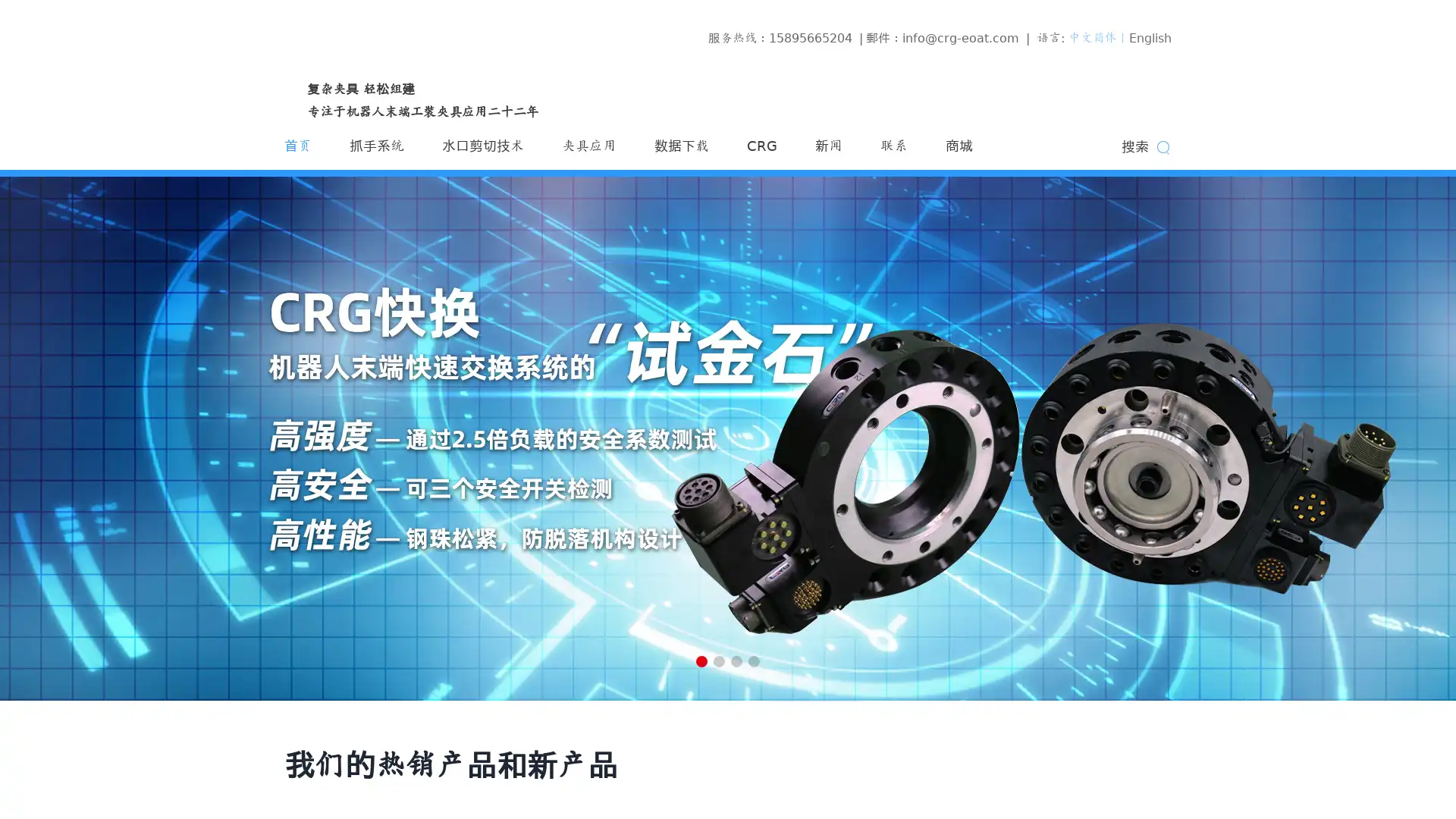 This screenshot has width=1456, height=819. I want to click on Go to slide 4, so click(754, 661).